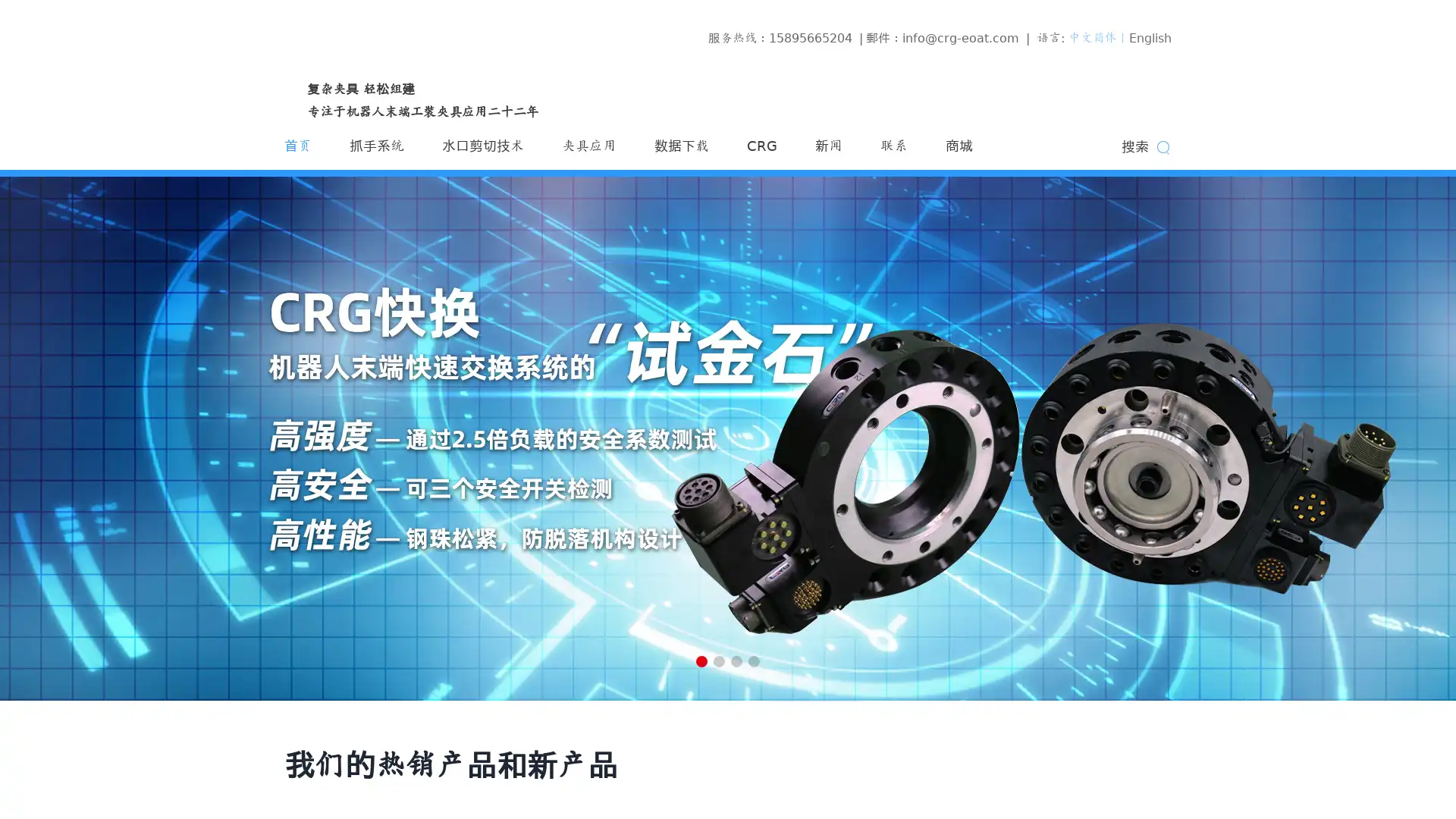 This screenshot has width=1456, height=819. I want to click on Go to slide 4, so click(754, 661).